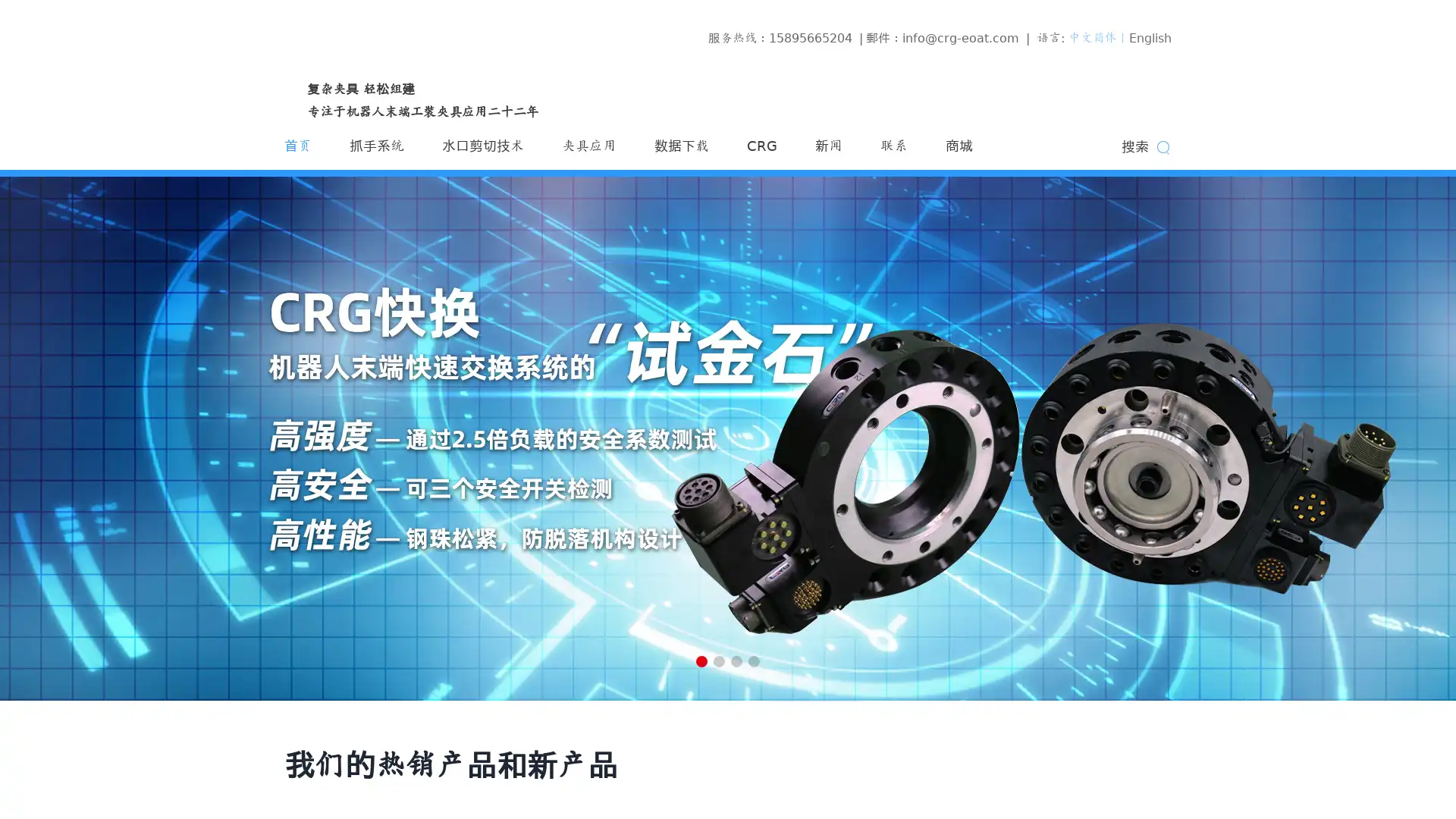 This screenshot has width=1456, height=819. I want to click on Go to slide 4, so click(754, 661).